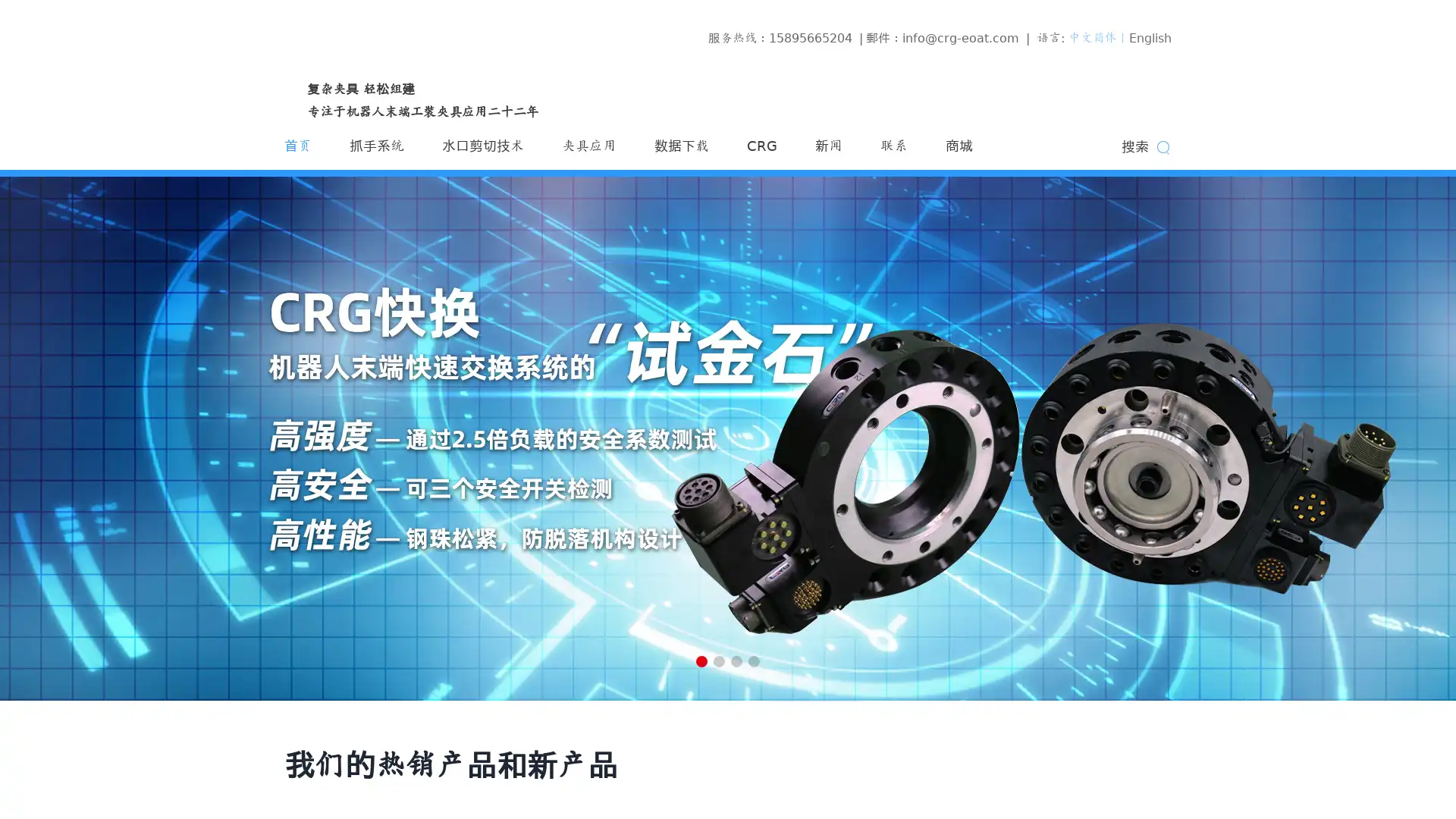 This screenshot has width=1456, height=819. I want to click on Go to slide 4, so click(754, 661).